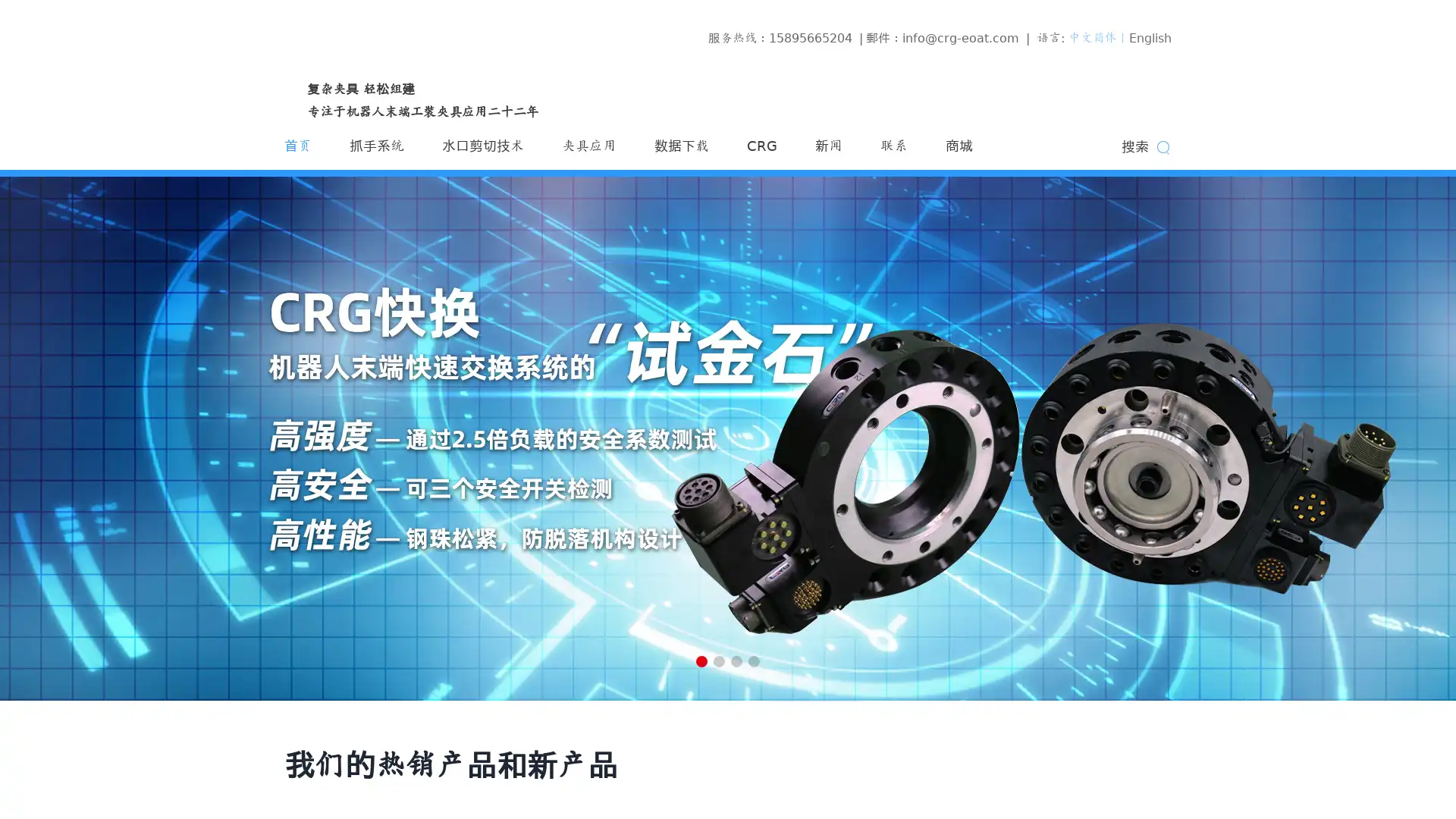 This screenshot has width=1456, height=819. I want to click on Go to slide 4, so click(754, 661).